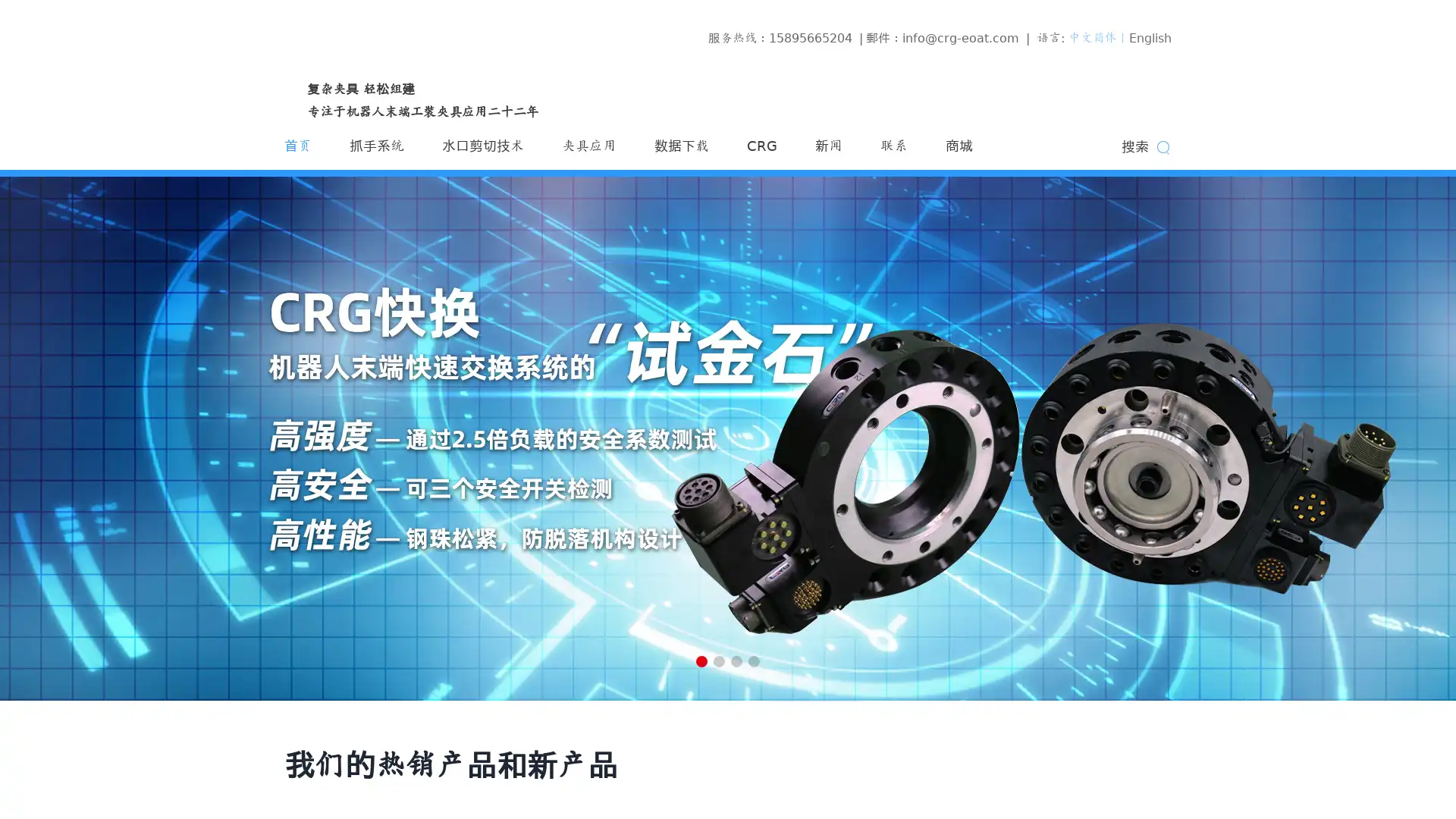 This screenshot has width=1456, height=819. I want to click on Go to slide 4, so click(754, 661).